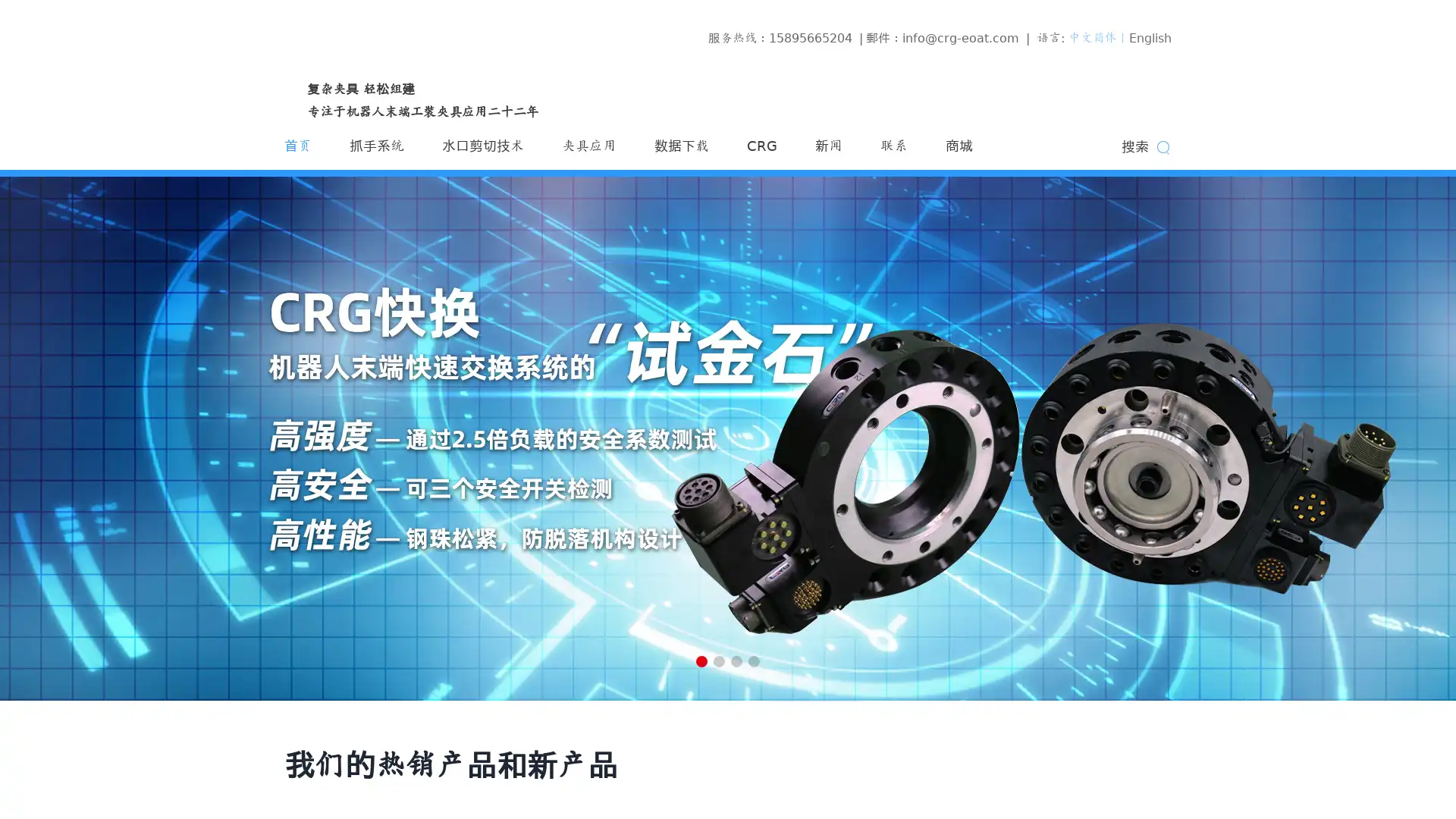 This screenshot has width=1456, height=819. I want to click on Go to slide 4, so click(754, 661).